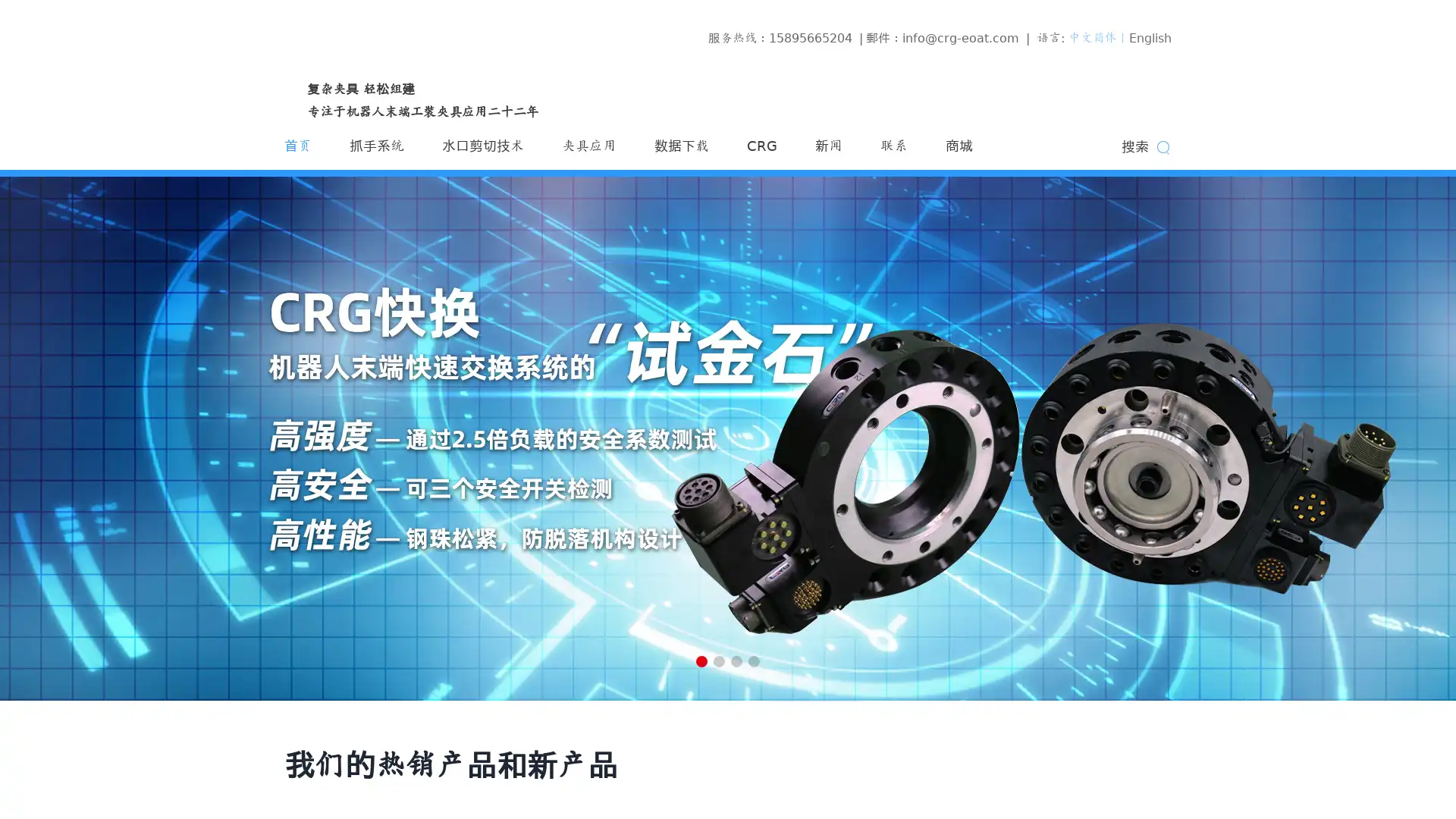 This screenshot has width=1456, height=819. I want to click on Go to slide 4, so click(754, 661).